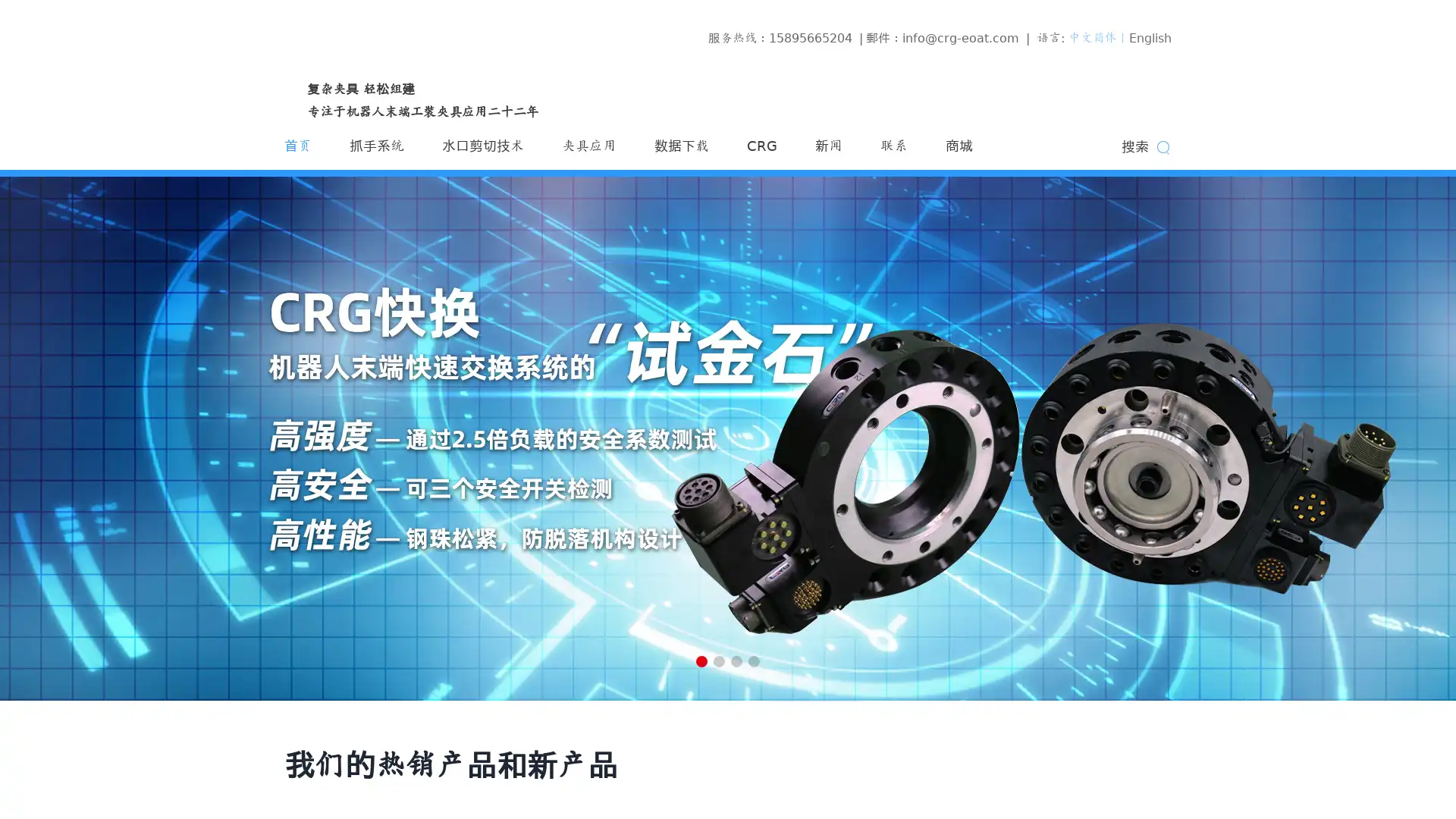 This screenshot has width=1456, height=819. I want to click on Go to slide 4, so click(754, 661).